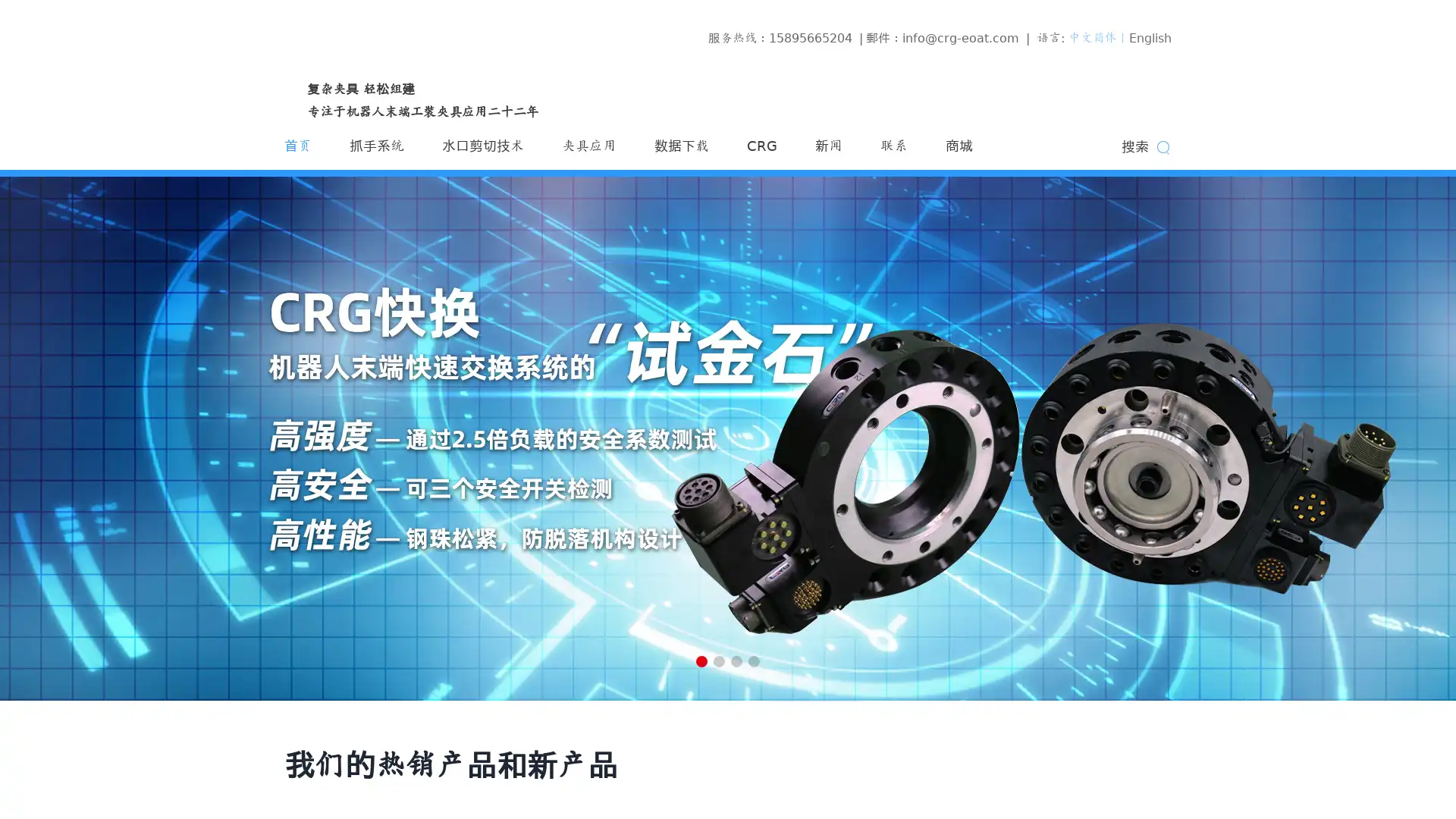 This screenshot has width=1456, height=819. I want to click on Go to slide 4, so click(754, 661).